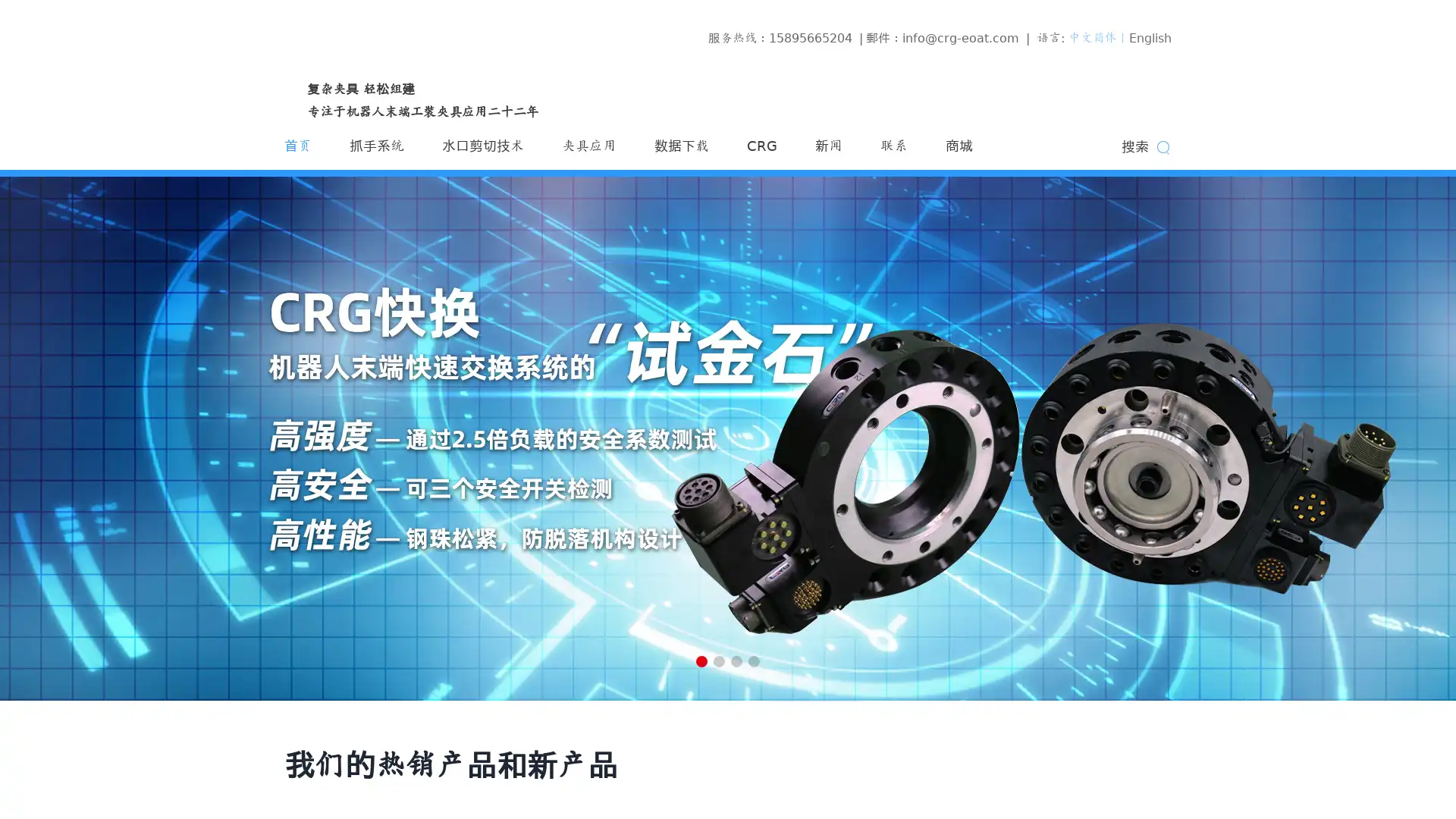 This screenshot has width=1456, height=819. I want to click on Go to slide 4, so click(754, 661).